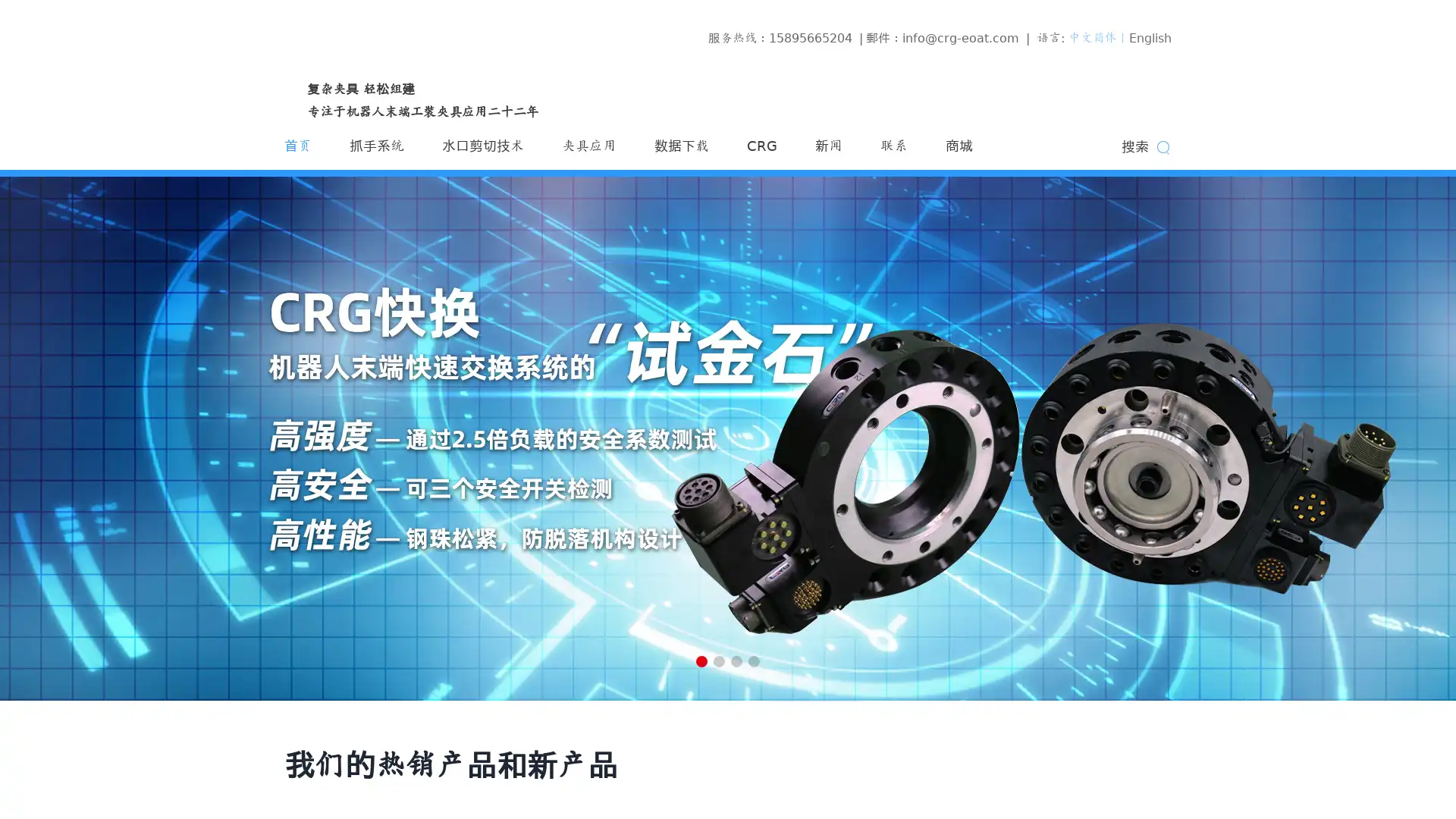 This screenshot has width=1456, height=819. I want to click on Go to slide 4, so click(754, 661).